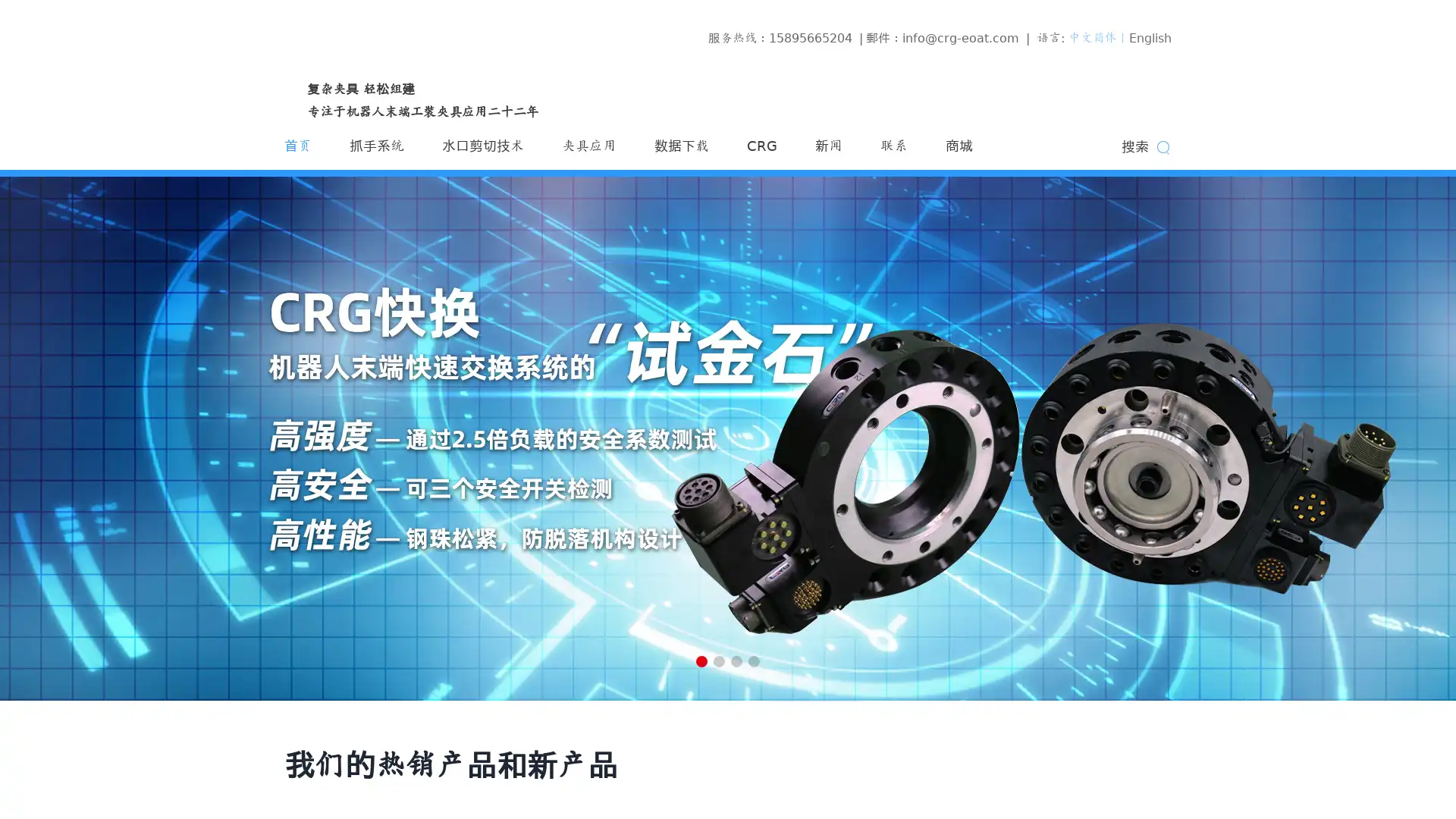 This screenshot has width=1456, height=819. I want to click on Go to slide 4, so click(754, 661).